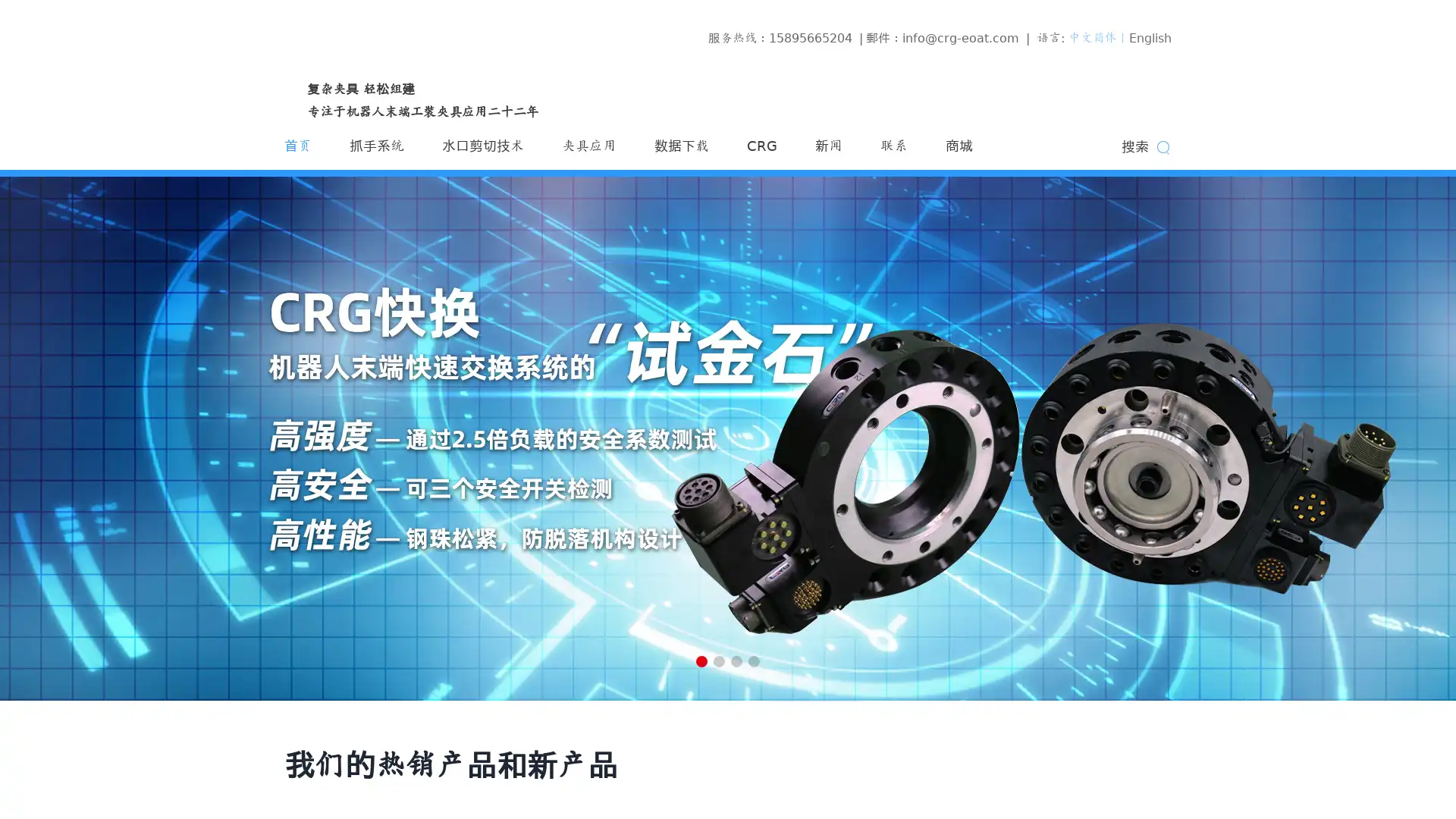 This screenshot has width=1456, height=819. I want to click on Go to slide 4, so click(754, 661).